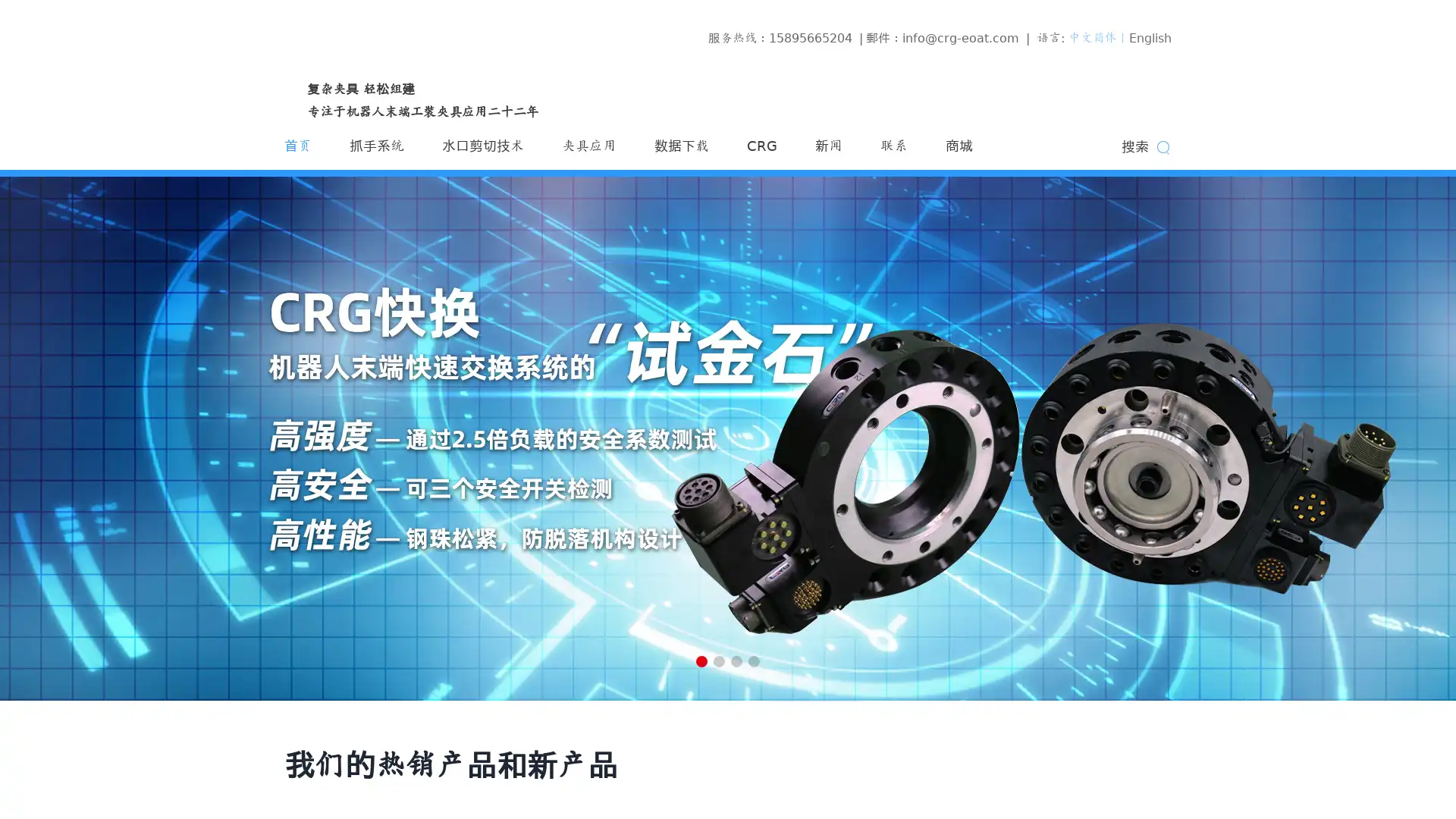 This screenshot has width=1456, height=819. I want to click on Go to slide 4, so click(754, 661).